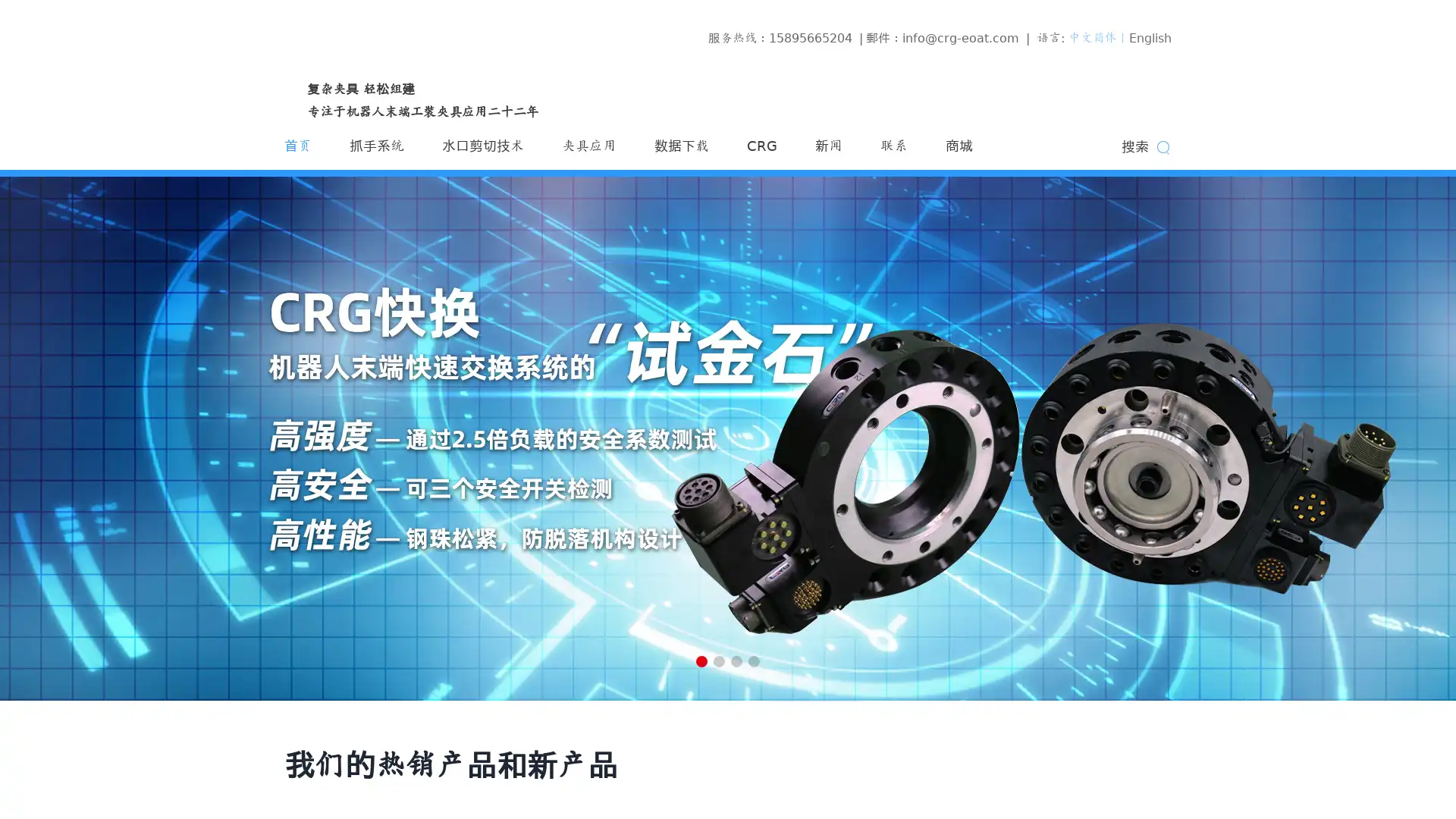 This screenshot has width=1456, height=819. I want to click on Go to slide 4, so click(754, 661).